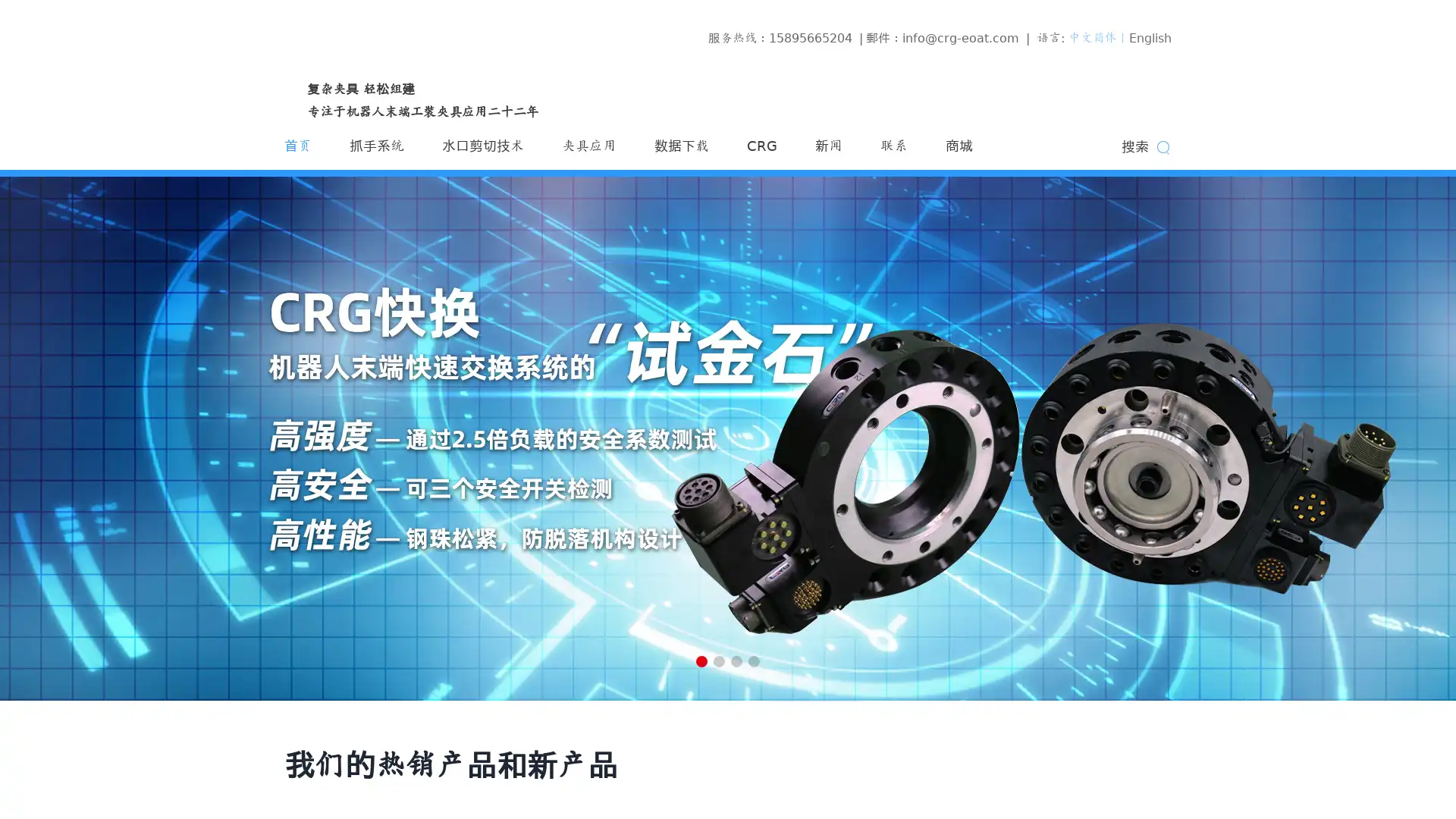 This screenshot has width=1456, height=819. I want to click on Go to slide 4, so click(754, 661).